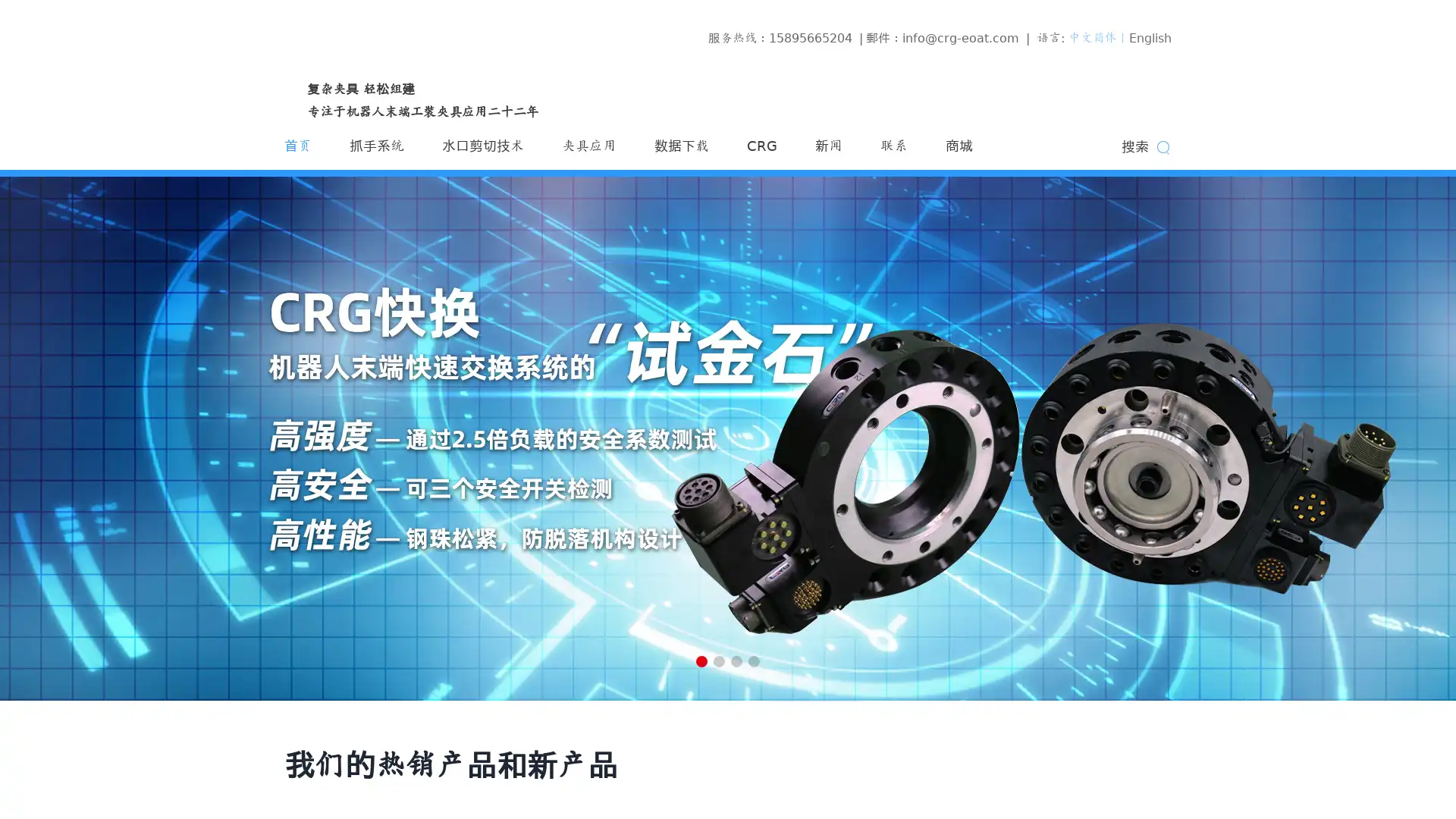 This screenshot has width=1456, height=819. I want to click on Go to slide 4, so click(754, 661).